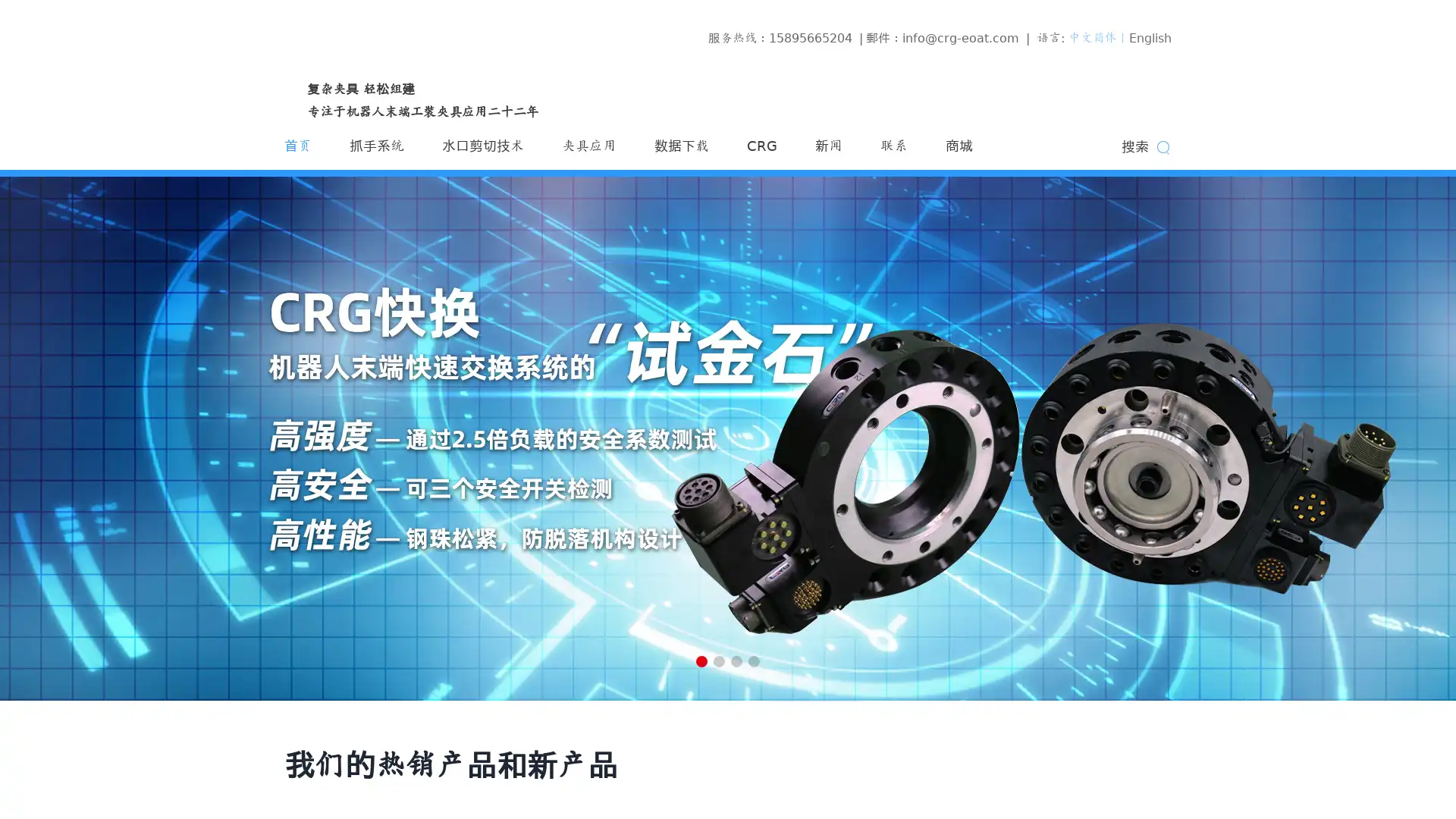 This screenshot has width=1456, height=819. I want to click on Go to slide 4, so click(754, 661).